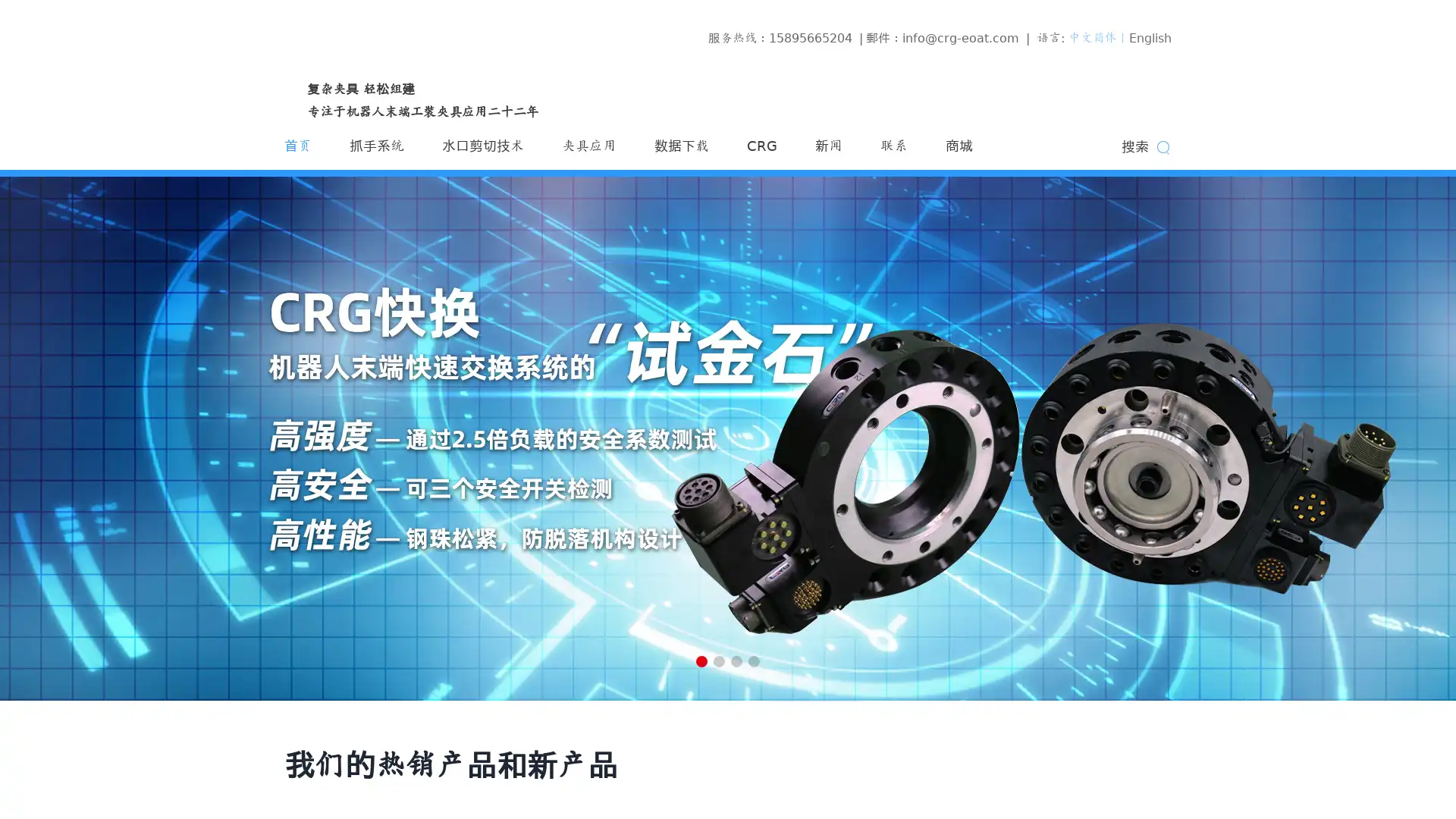 This screenshot has width=1456, height=819. I want to click on Go to slide 4, so click(754, 661).